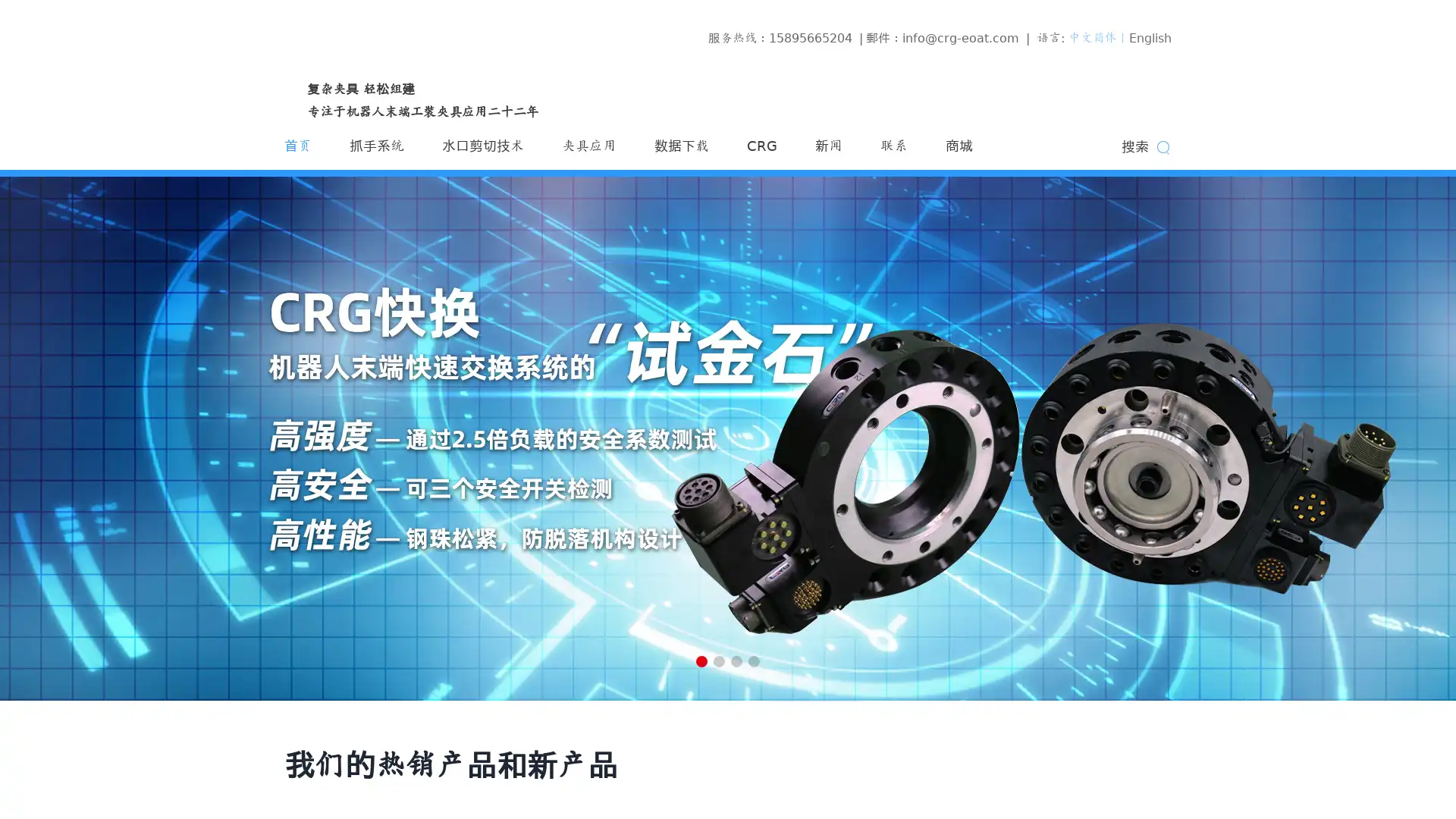 This screenshot has width=1456, height=819. I want to click on Go to slide 4, so click(754, 661).